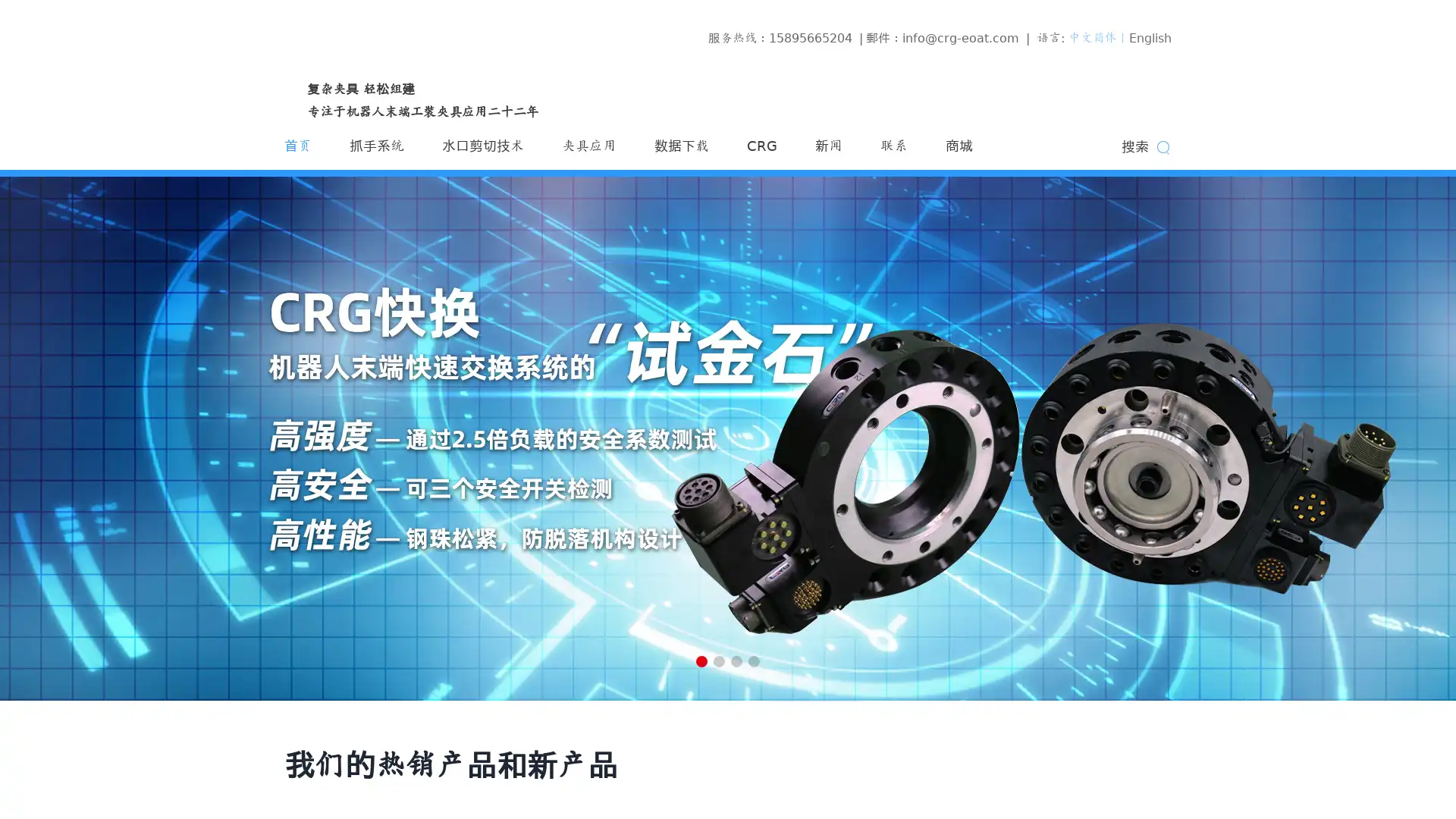 This screenshot has width=1456, height=819. I want to click on Go to slide 4, so click(754, 661).